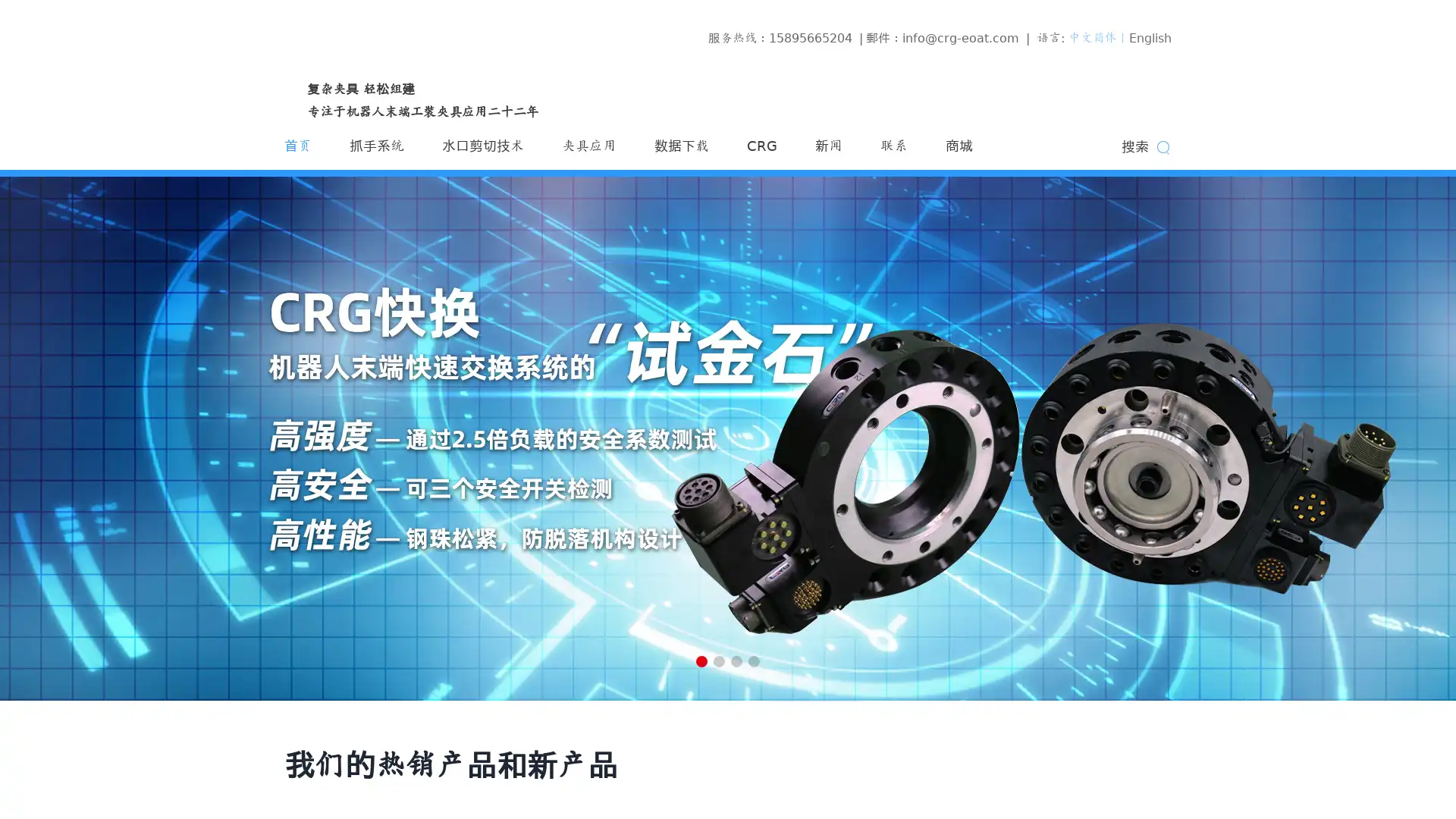 This screenshot has width=1456, height=819. I want to click on Go to slide 4, so click(754, 661).